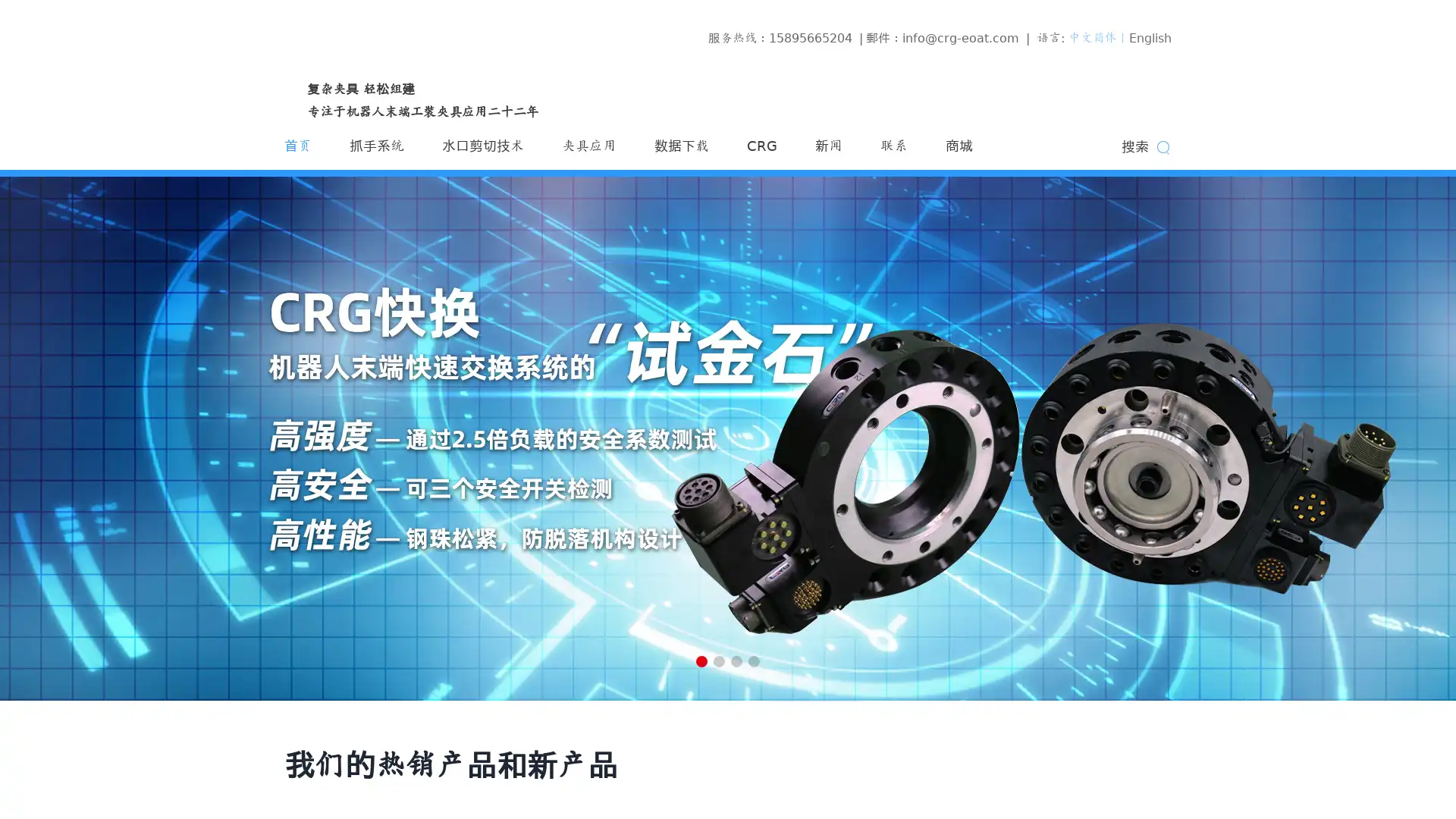 This screenshot has width=1456, height=819. I want to click on Go to slide 4, so click(754, 661).